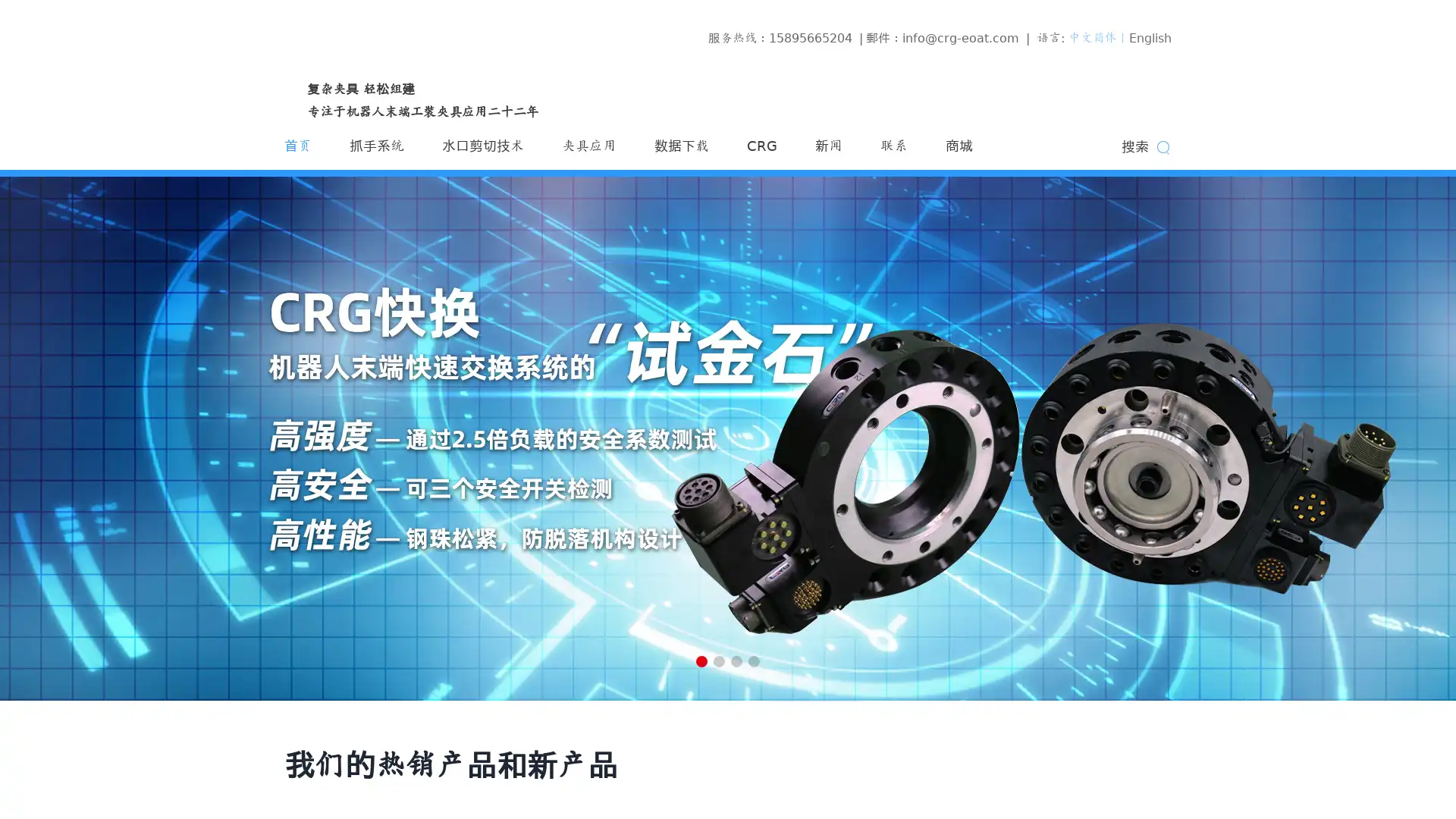 This screenshot has width=1456, height=819. I want to click on Go to slide 4, so click(754, 661).